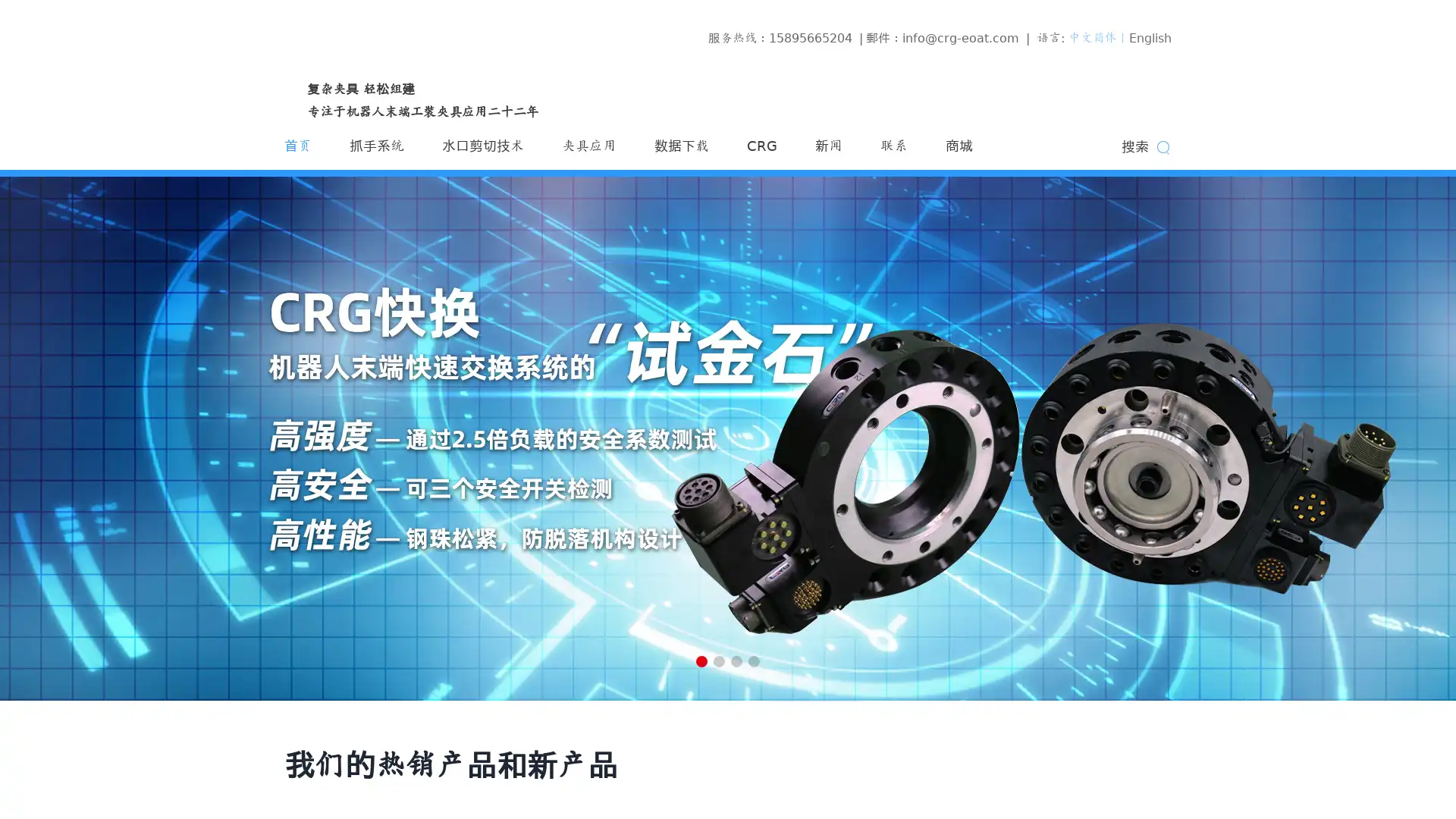 This screenshot has width=1456, height=819. I want to click on Go to slide 4, so click(754, 661).